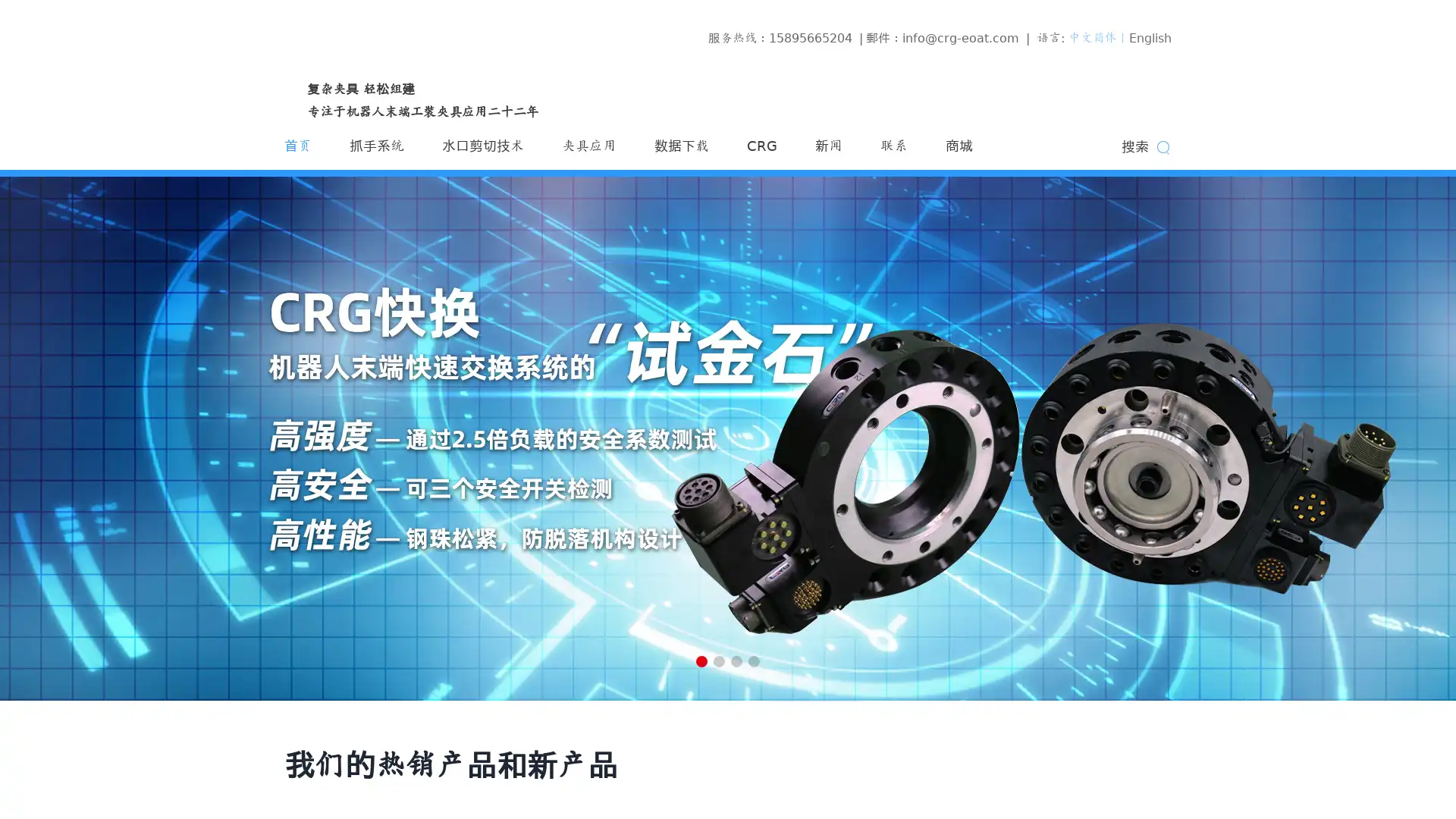 This screenshot has width=1456, height=819. I want to click on Go to slide 4, so click(754, 661).